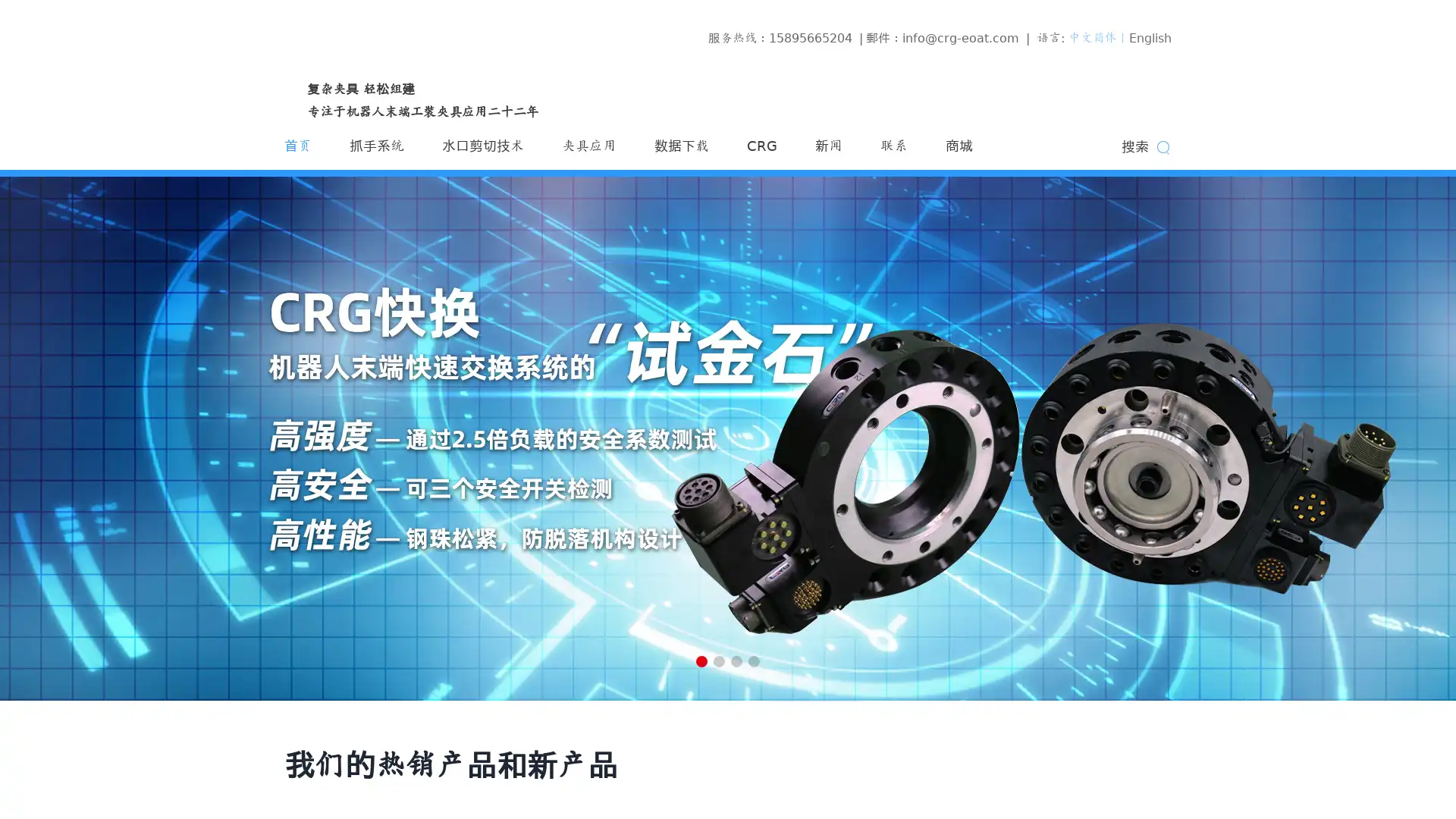 This screenshot has width=1456, height=819. I want to click on Go to slide 4, so click(754, 661).